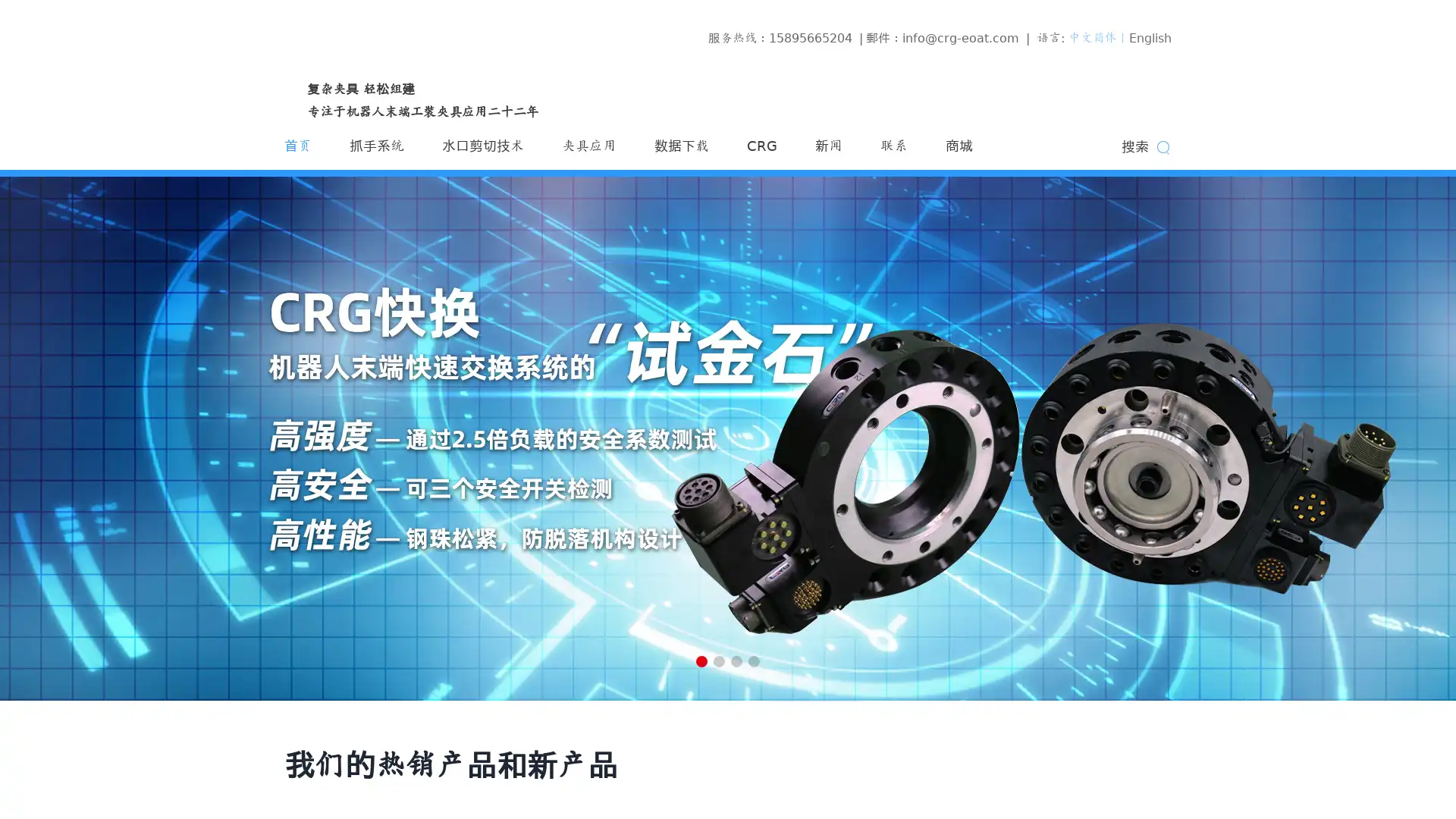 This screenshot has width=1456, height=819. I want to click on Go to slide 4, so click(754, 661).